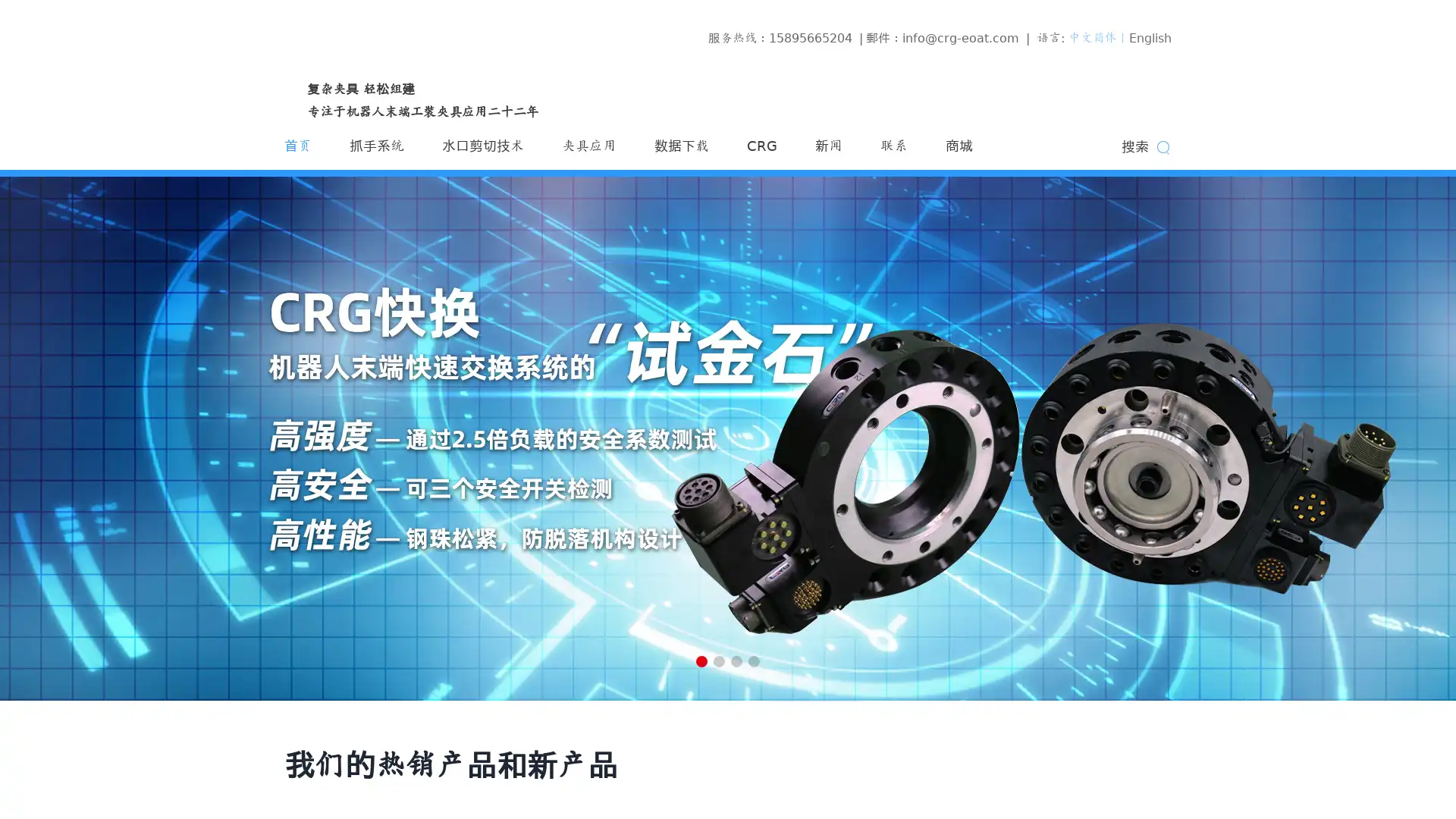 This screenshot has width=1456, height=819. I want to click on Go to slide 4, so click(754, 661).